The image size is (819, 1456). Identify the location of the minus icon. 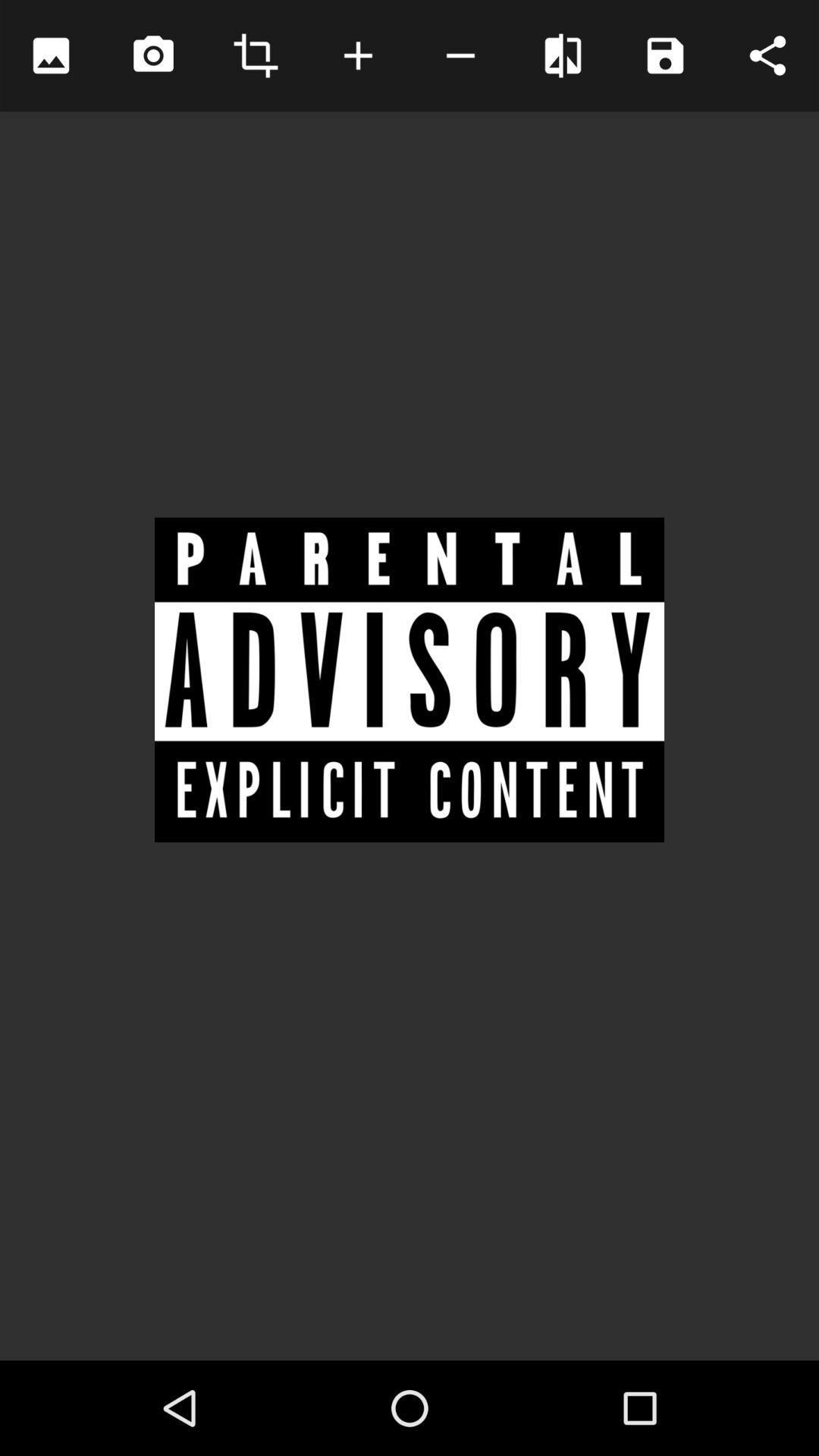
(460, 55).